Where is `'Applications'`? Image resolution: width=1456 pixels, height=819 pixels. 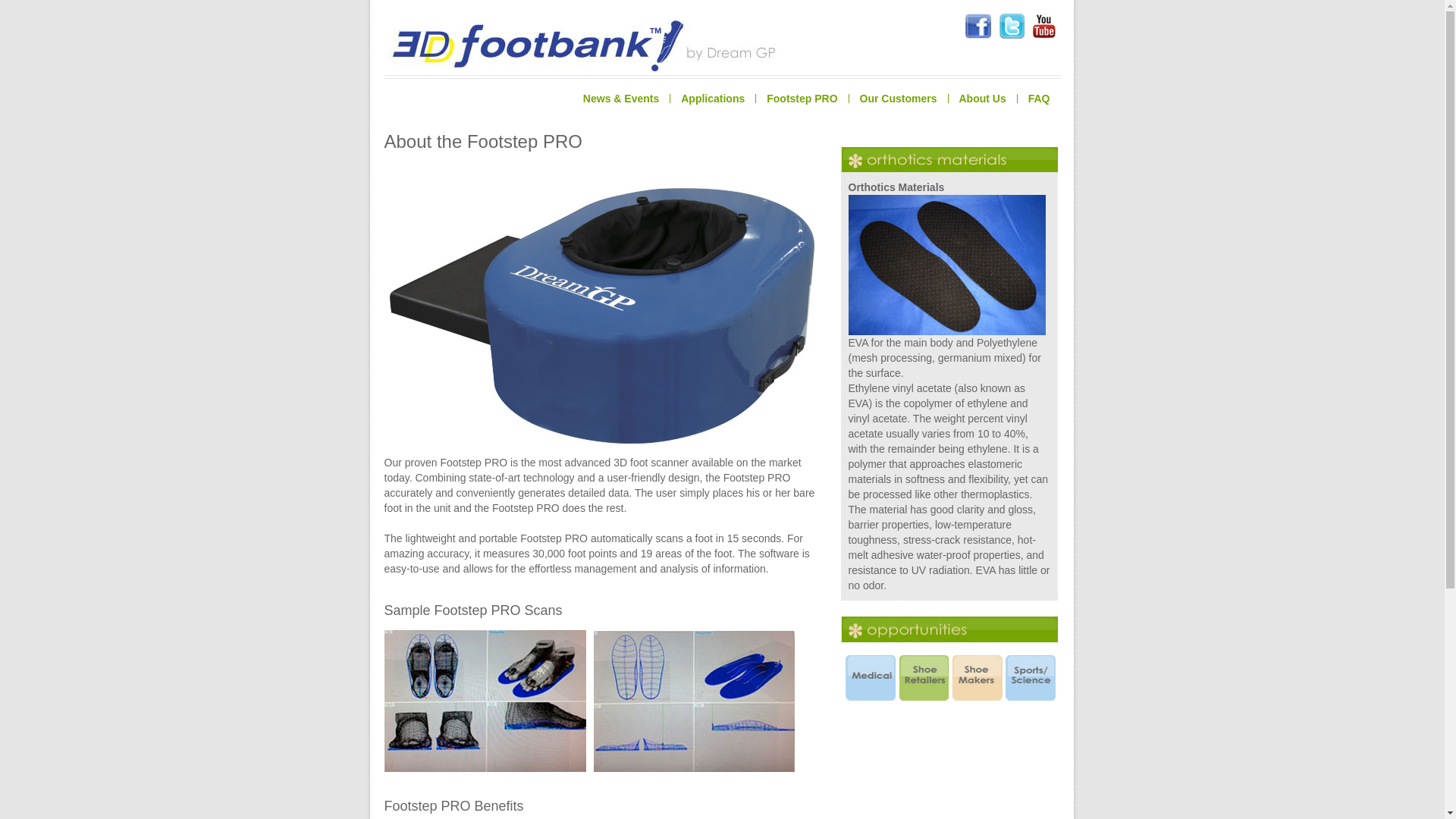
'Applications' is located at coordinates (669, 99).